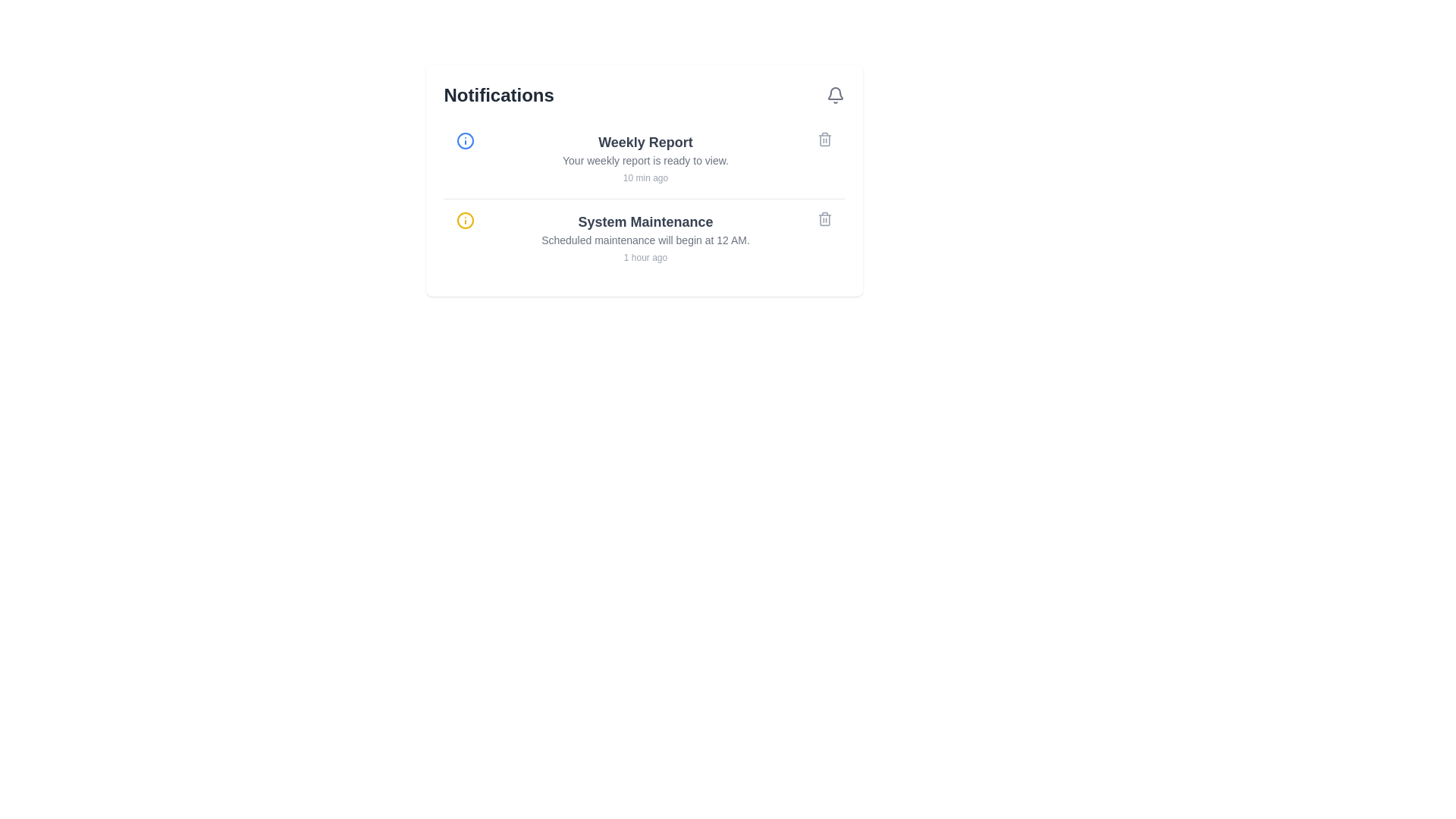 The width and height of the screenshot is (1456, 819). Describe the element at coordinates (834, 96) in the screenshot. I see `the notification icon located at the top-right corner of the Notifications section` at that location.